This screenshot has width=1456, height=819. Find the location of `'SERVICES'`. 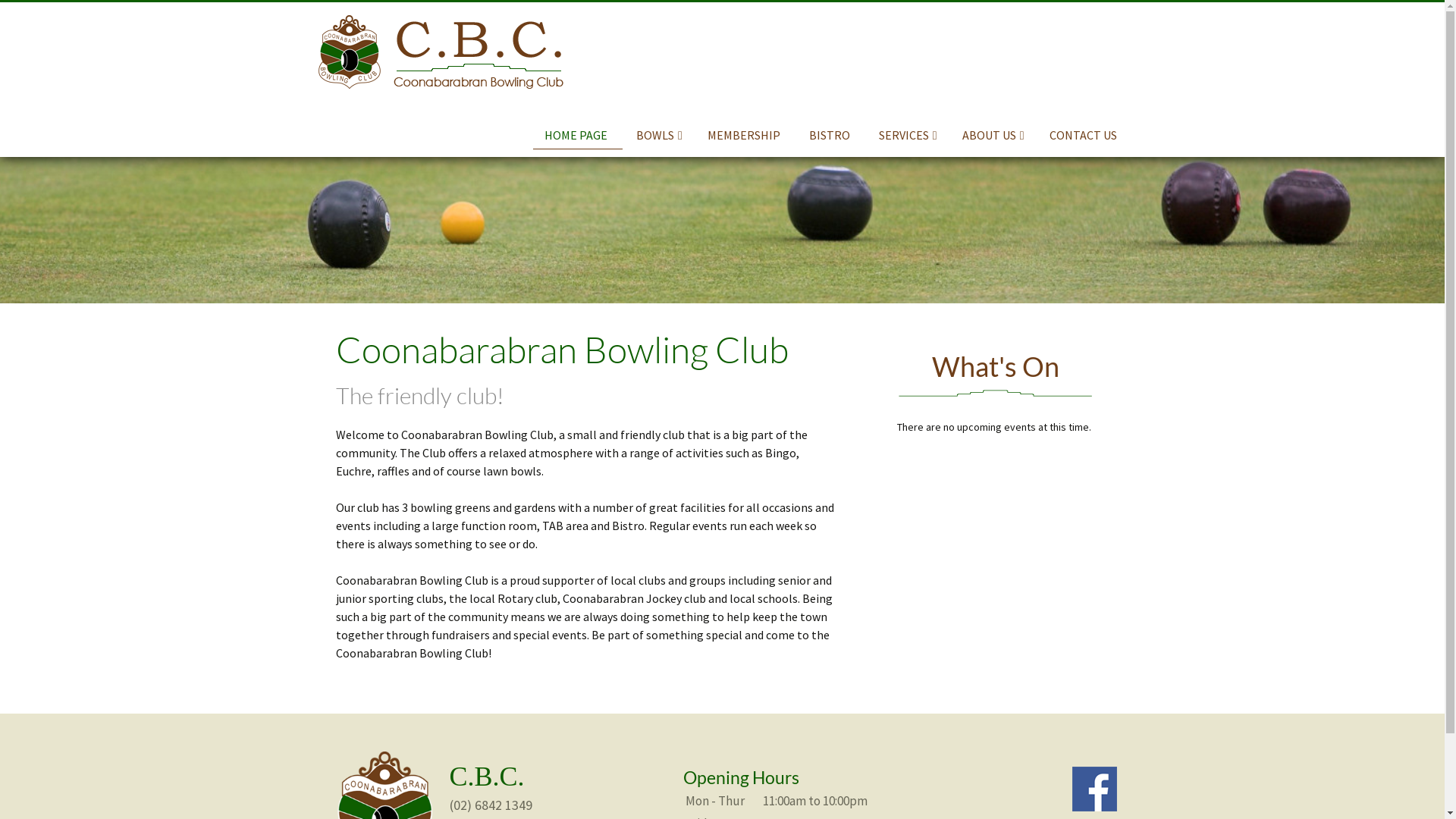

'SERVICES' is located at coordinates (908, 133).